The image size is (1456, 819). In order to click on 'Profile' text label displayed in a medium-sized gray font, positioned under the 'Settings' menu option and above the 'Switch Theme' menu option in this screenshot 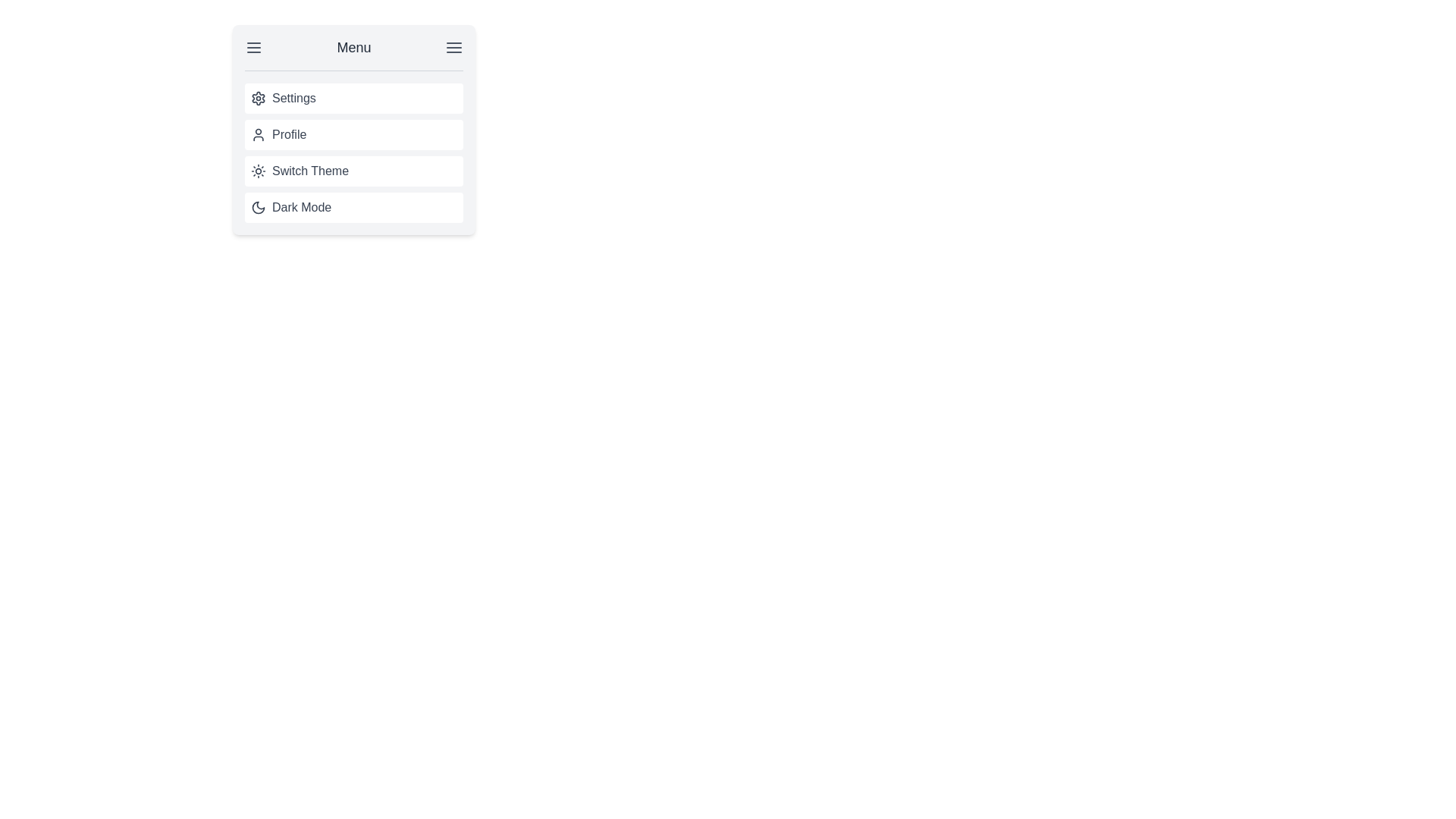, I will do `click(289, 133)`.